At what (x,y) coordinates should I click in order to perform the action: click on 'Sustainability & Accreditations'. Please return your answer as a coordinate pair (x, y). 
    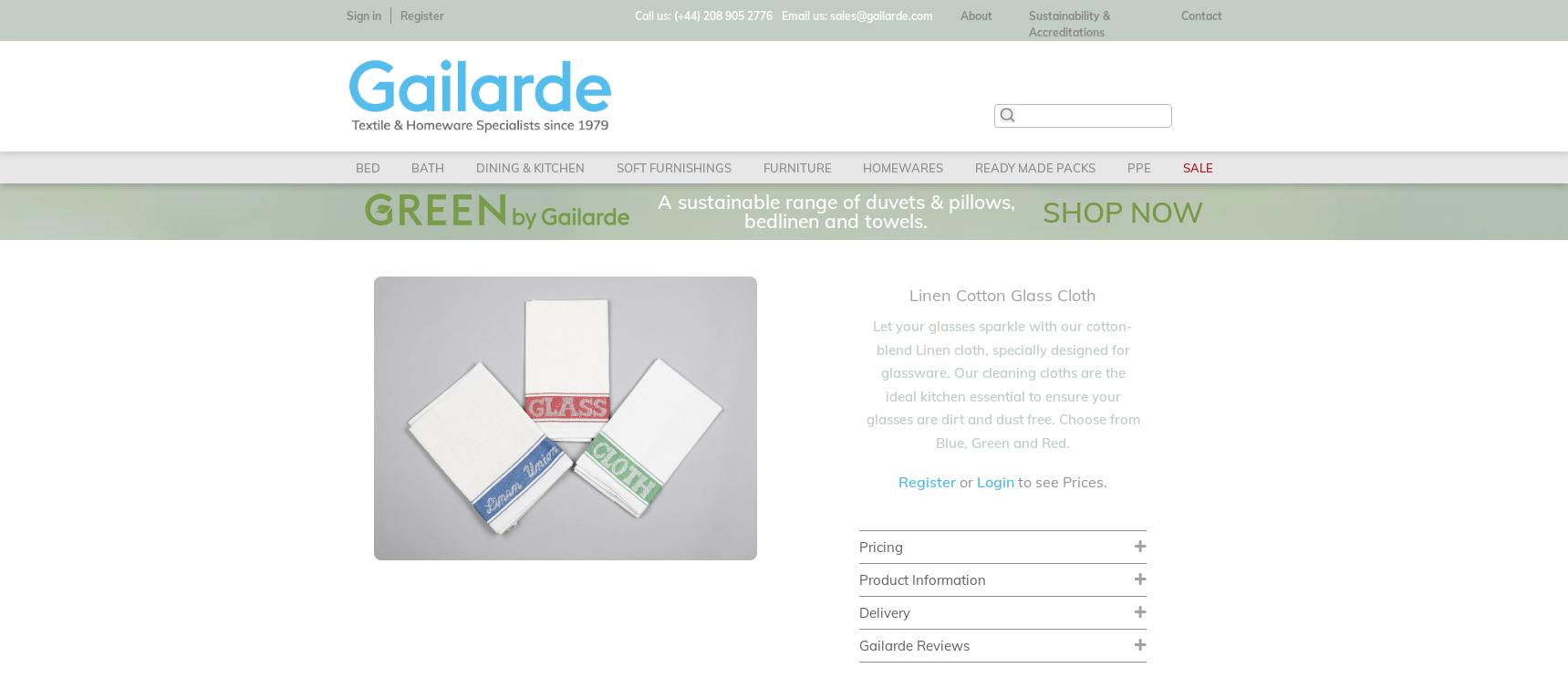
    Looking at the image, I should click on (1068, 24).